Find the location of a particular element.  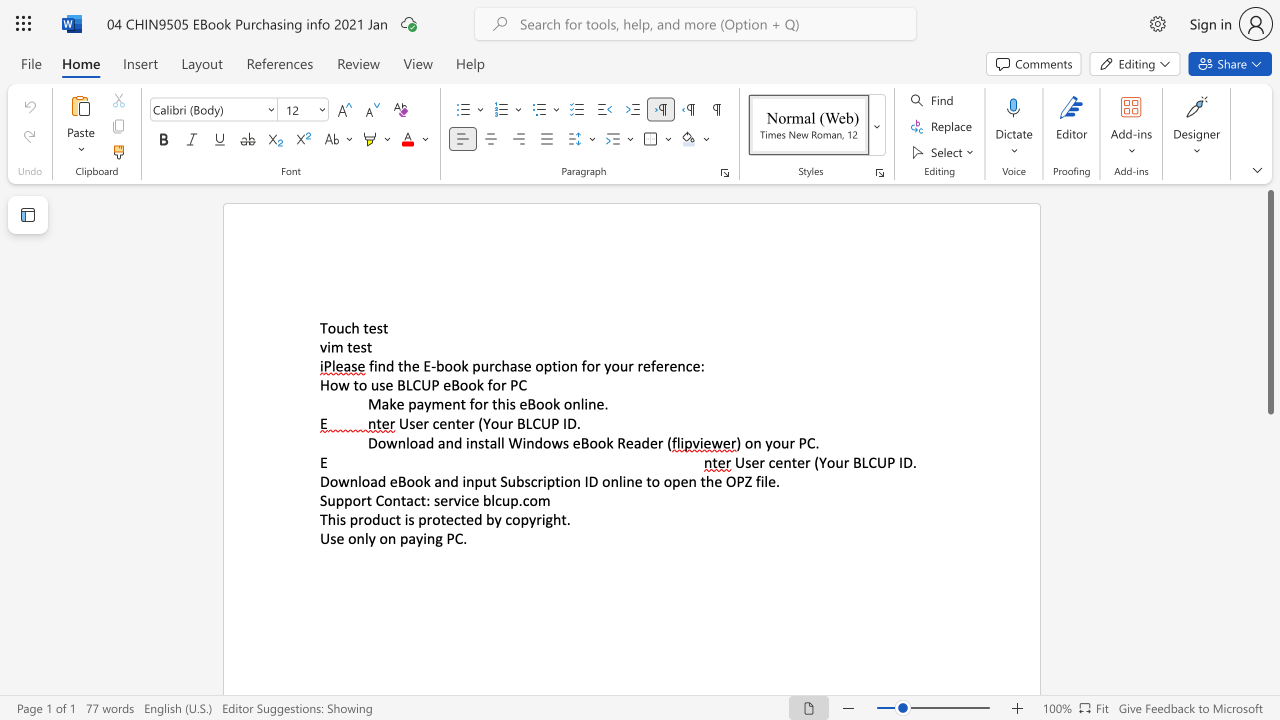

the 1th character "k" in the text is located at coordinates (392, 404).